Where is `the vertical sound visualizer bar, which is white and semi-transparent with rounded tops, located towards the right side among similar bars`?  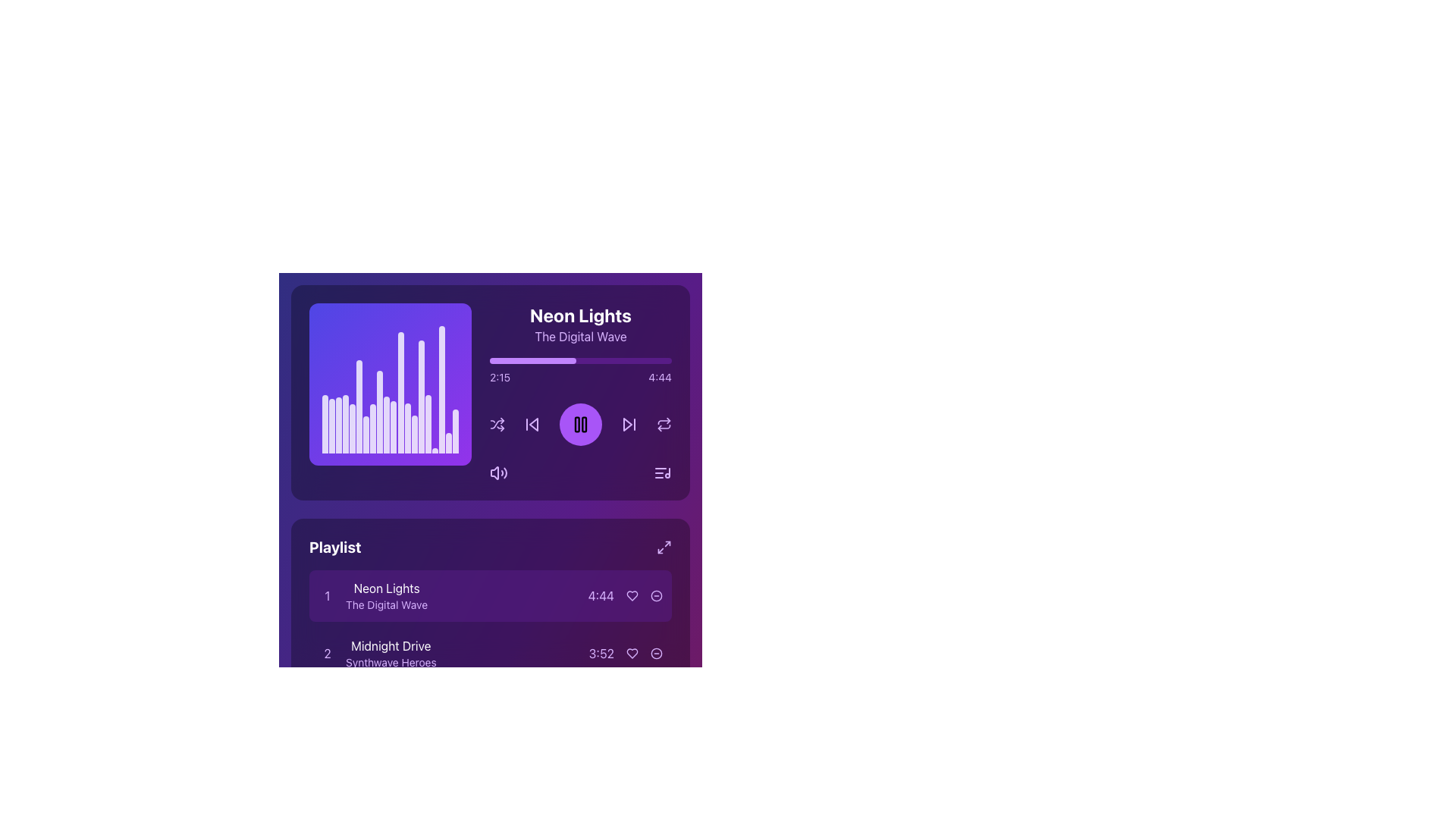 the vertical sound visualizer bar, which is white and semi-transparent with rounded tops, located towards the right side among similar bars is located at coordinates (441, 389).